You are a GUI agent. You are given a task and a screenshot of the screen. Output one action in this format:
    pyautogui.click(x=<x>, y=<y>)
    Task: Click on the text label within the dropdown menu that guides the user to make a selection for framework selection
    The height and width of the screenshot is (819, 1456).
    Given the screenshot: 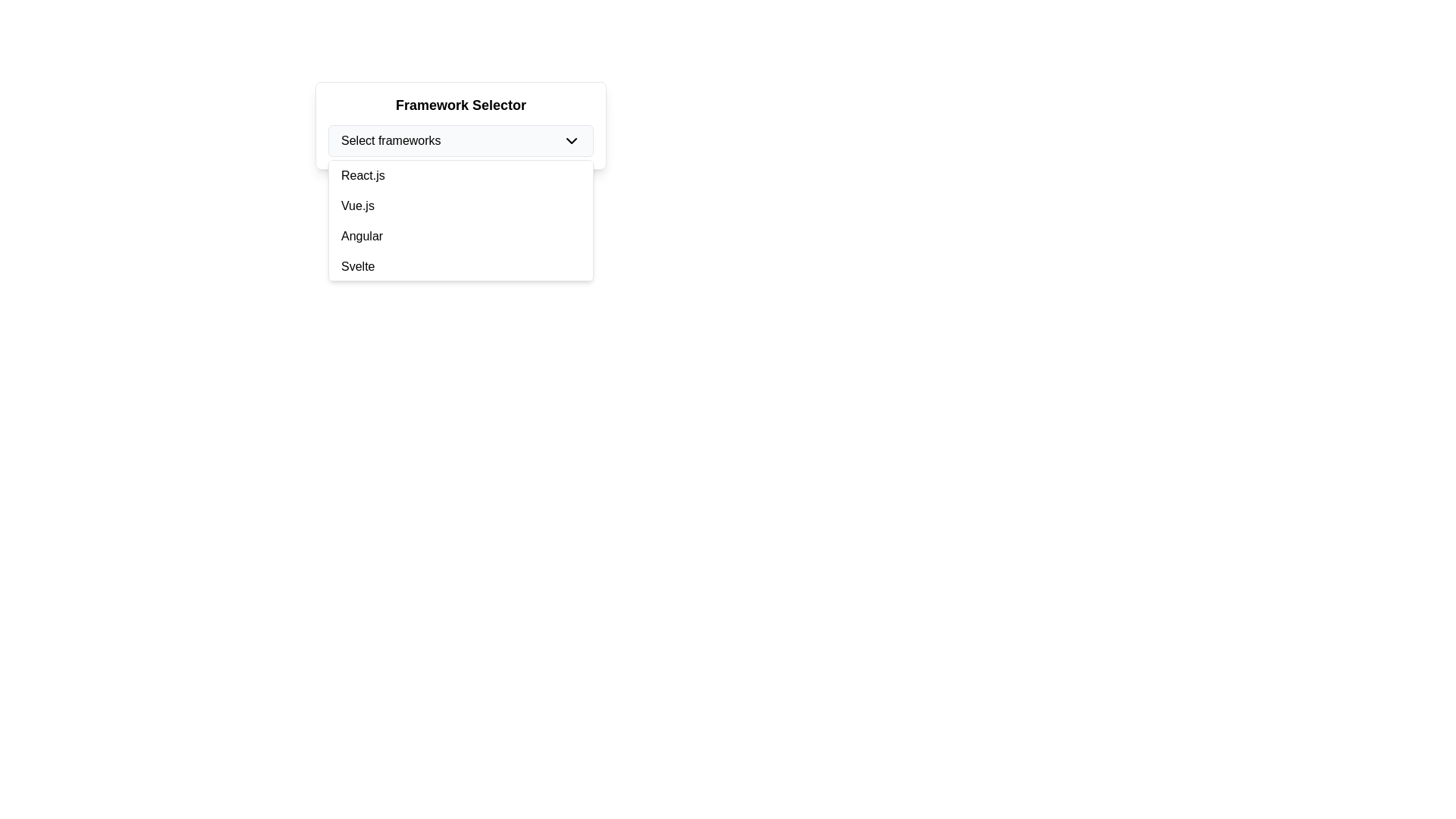 What is the action you would take?
    pyautogui.click(x=391, y=140)
    